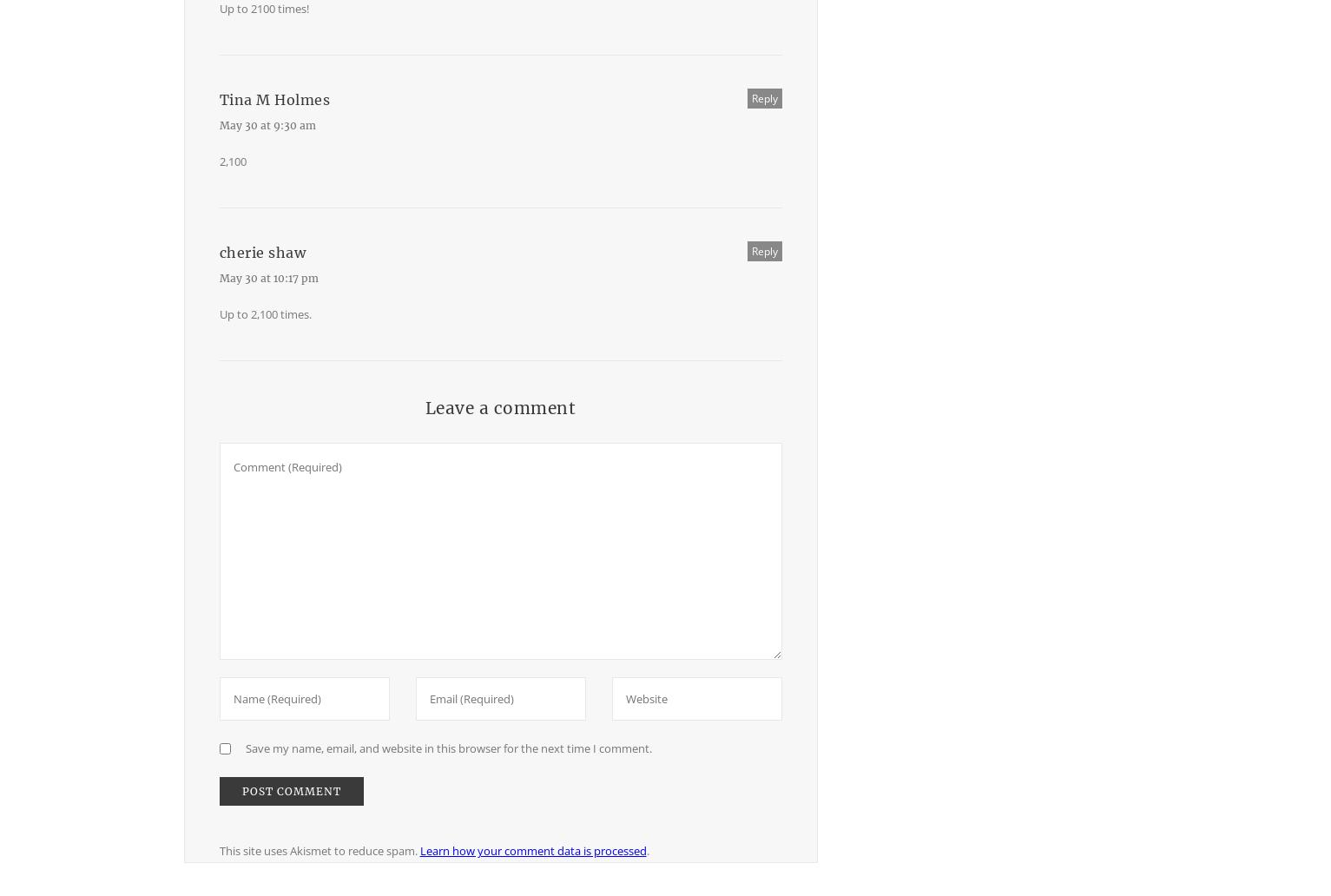 This screenshot has height=896, width=1331. What do you see at coordinates (263, 9) in the screenshot?
I see `'Up to 2100 times!'` at bounding box center [263, 9].